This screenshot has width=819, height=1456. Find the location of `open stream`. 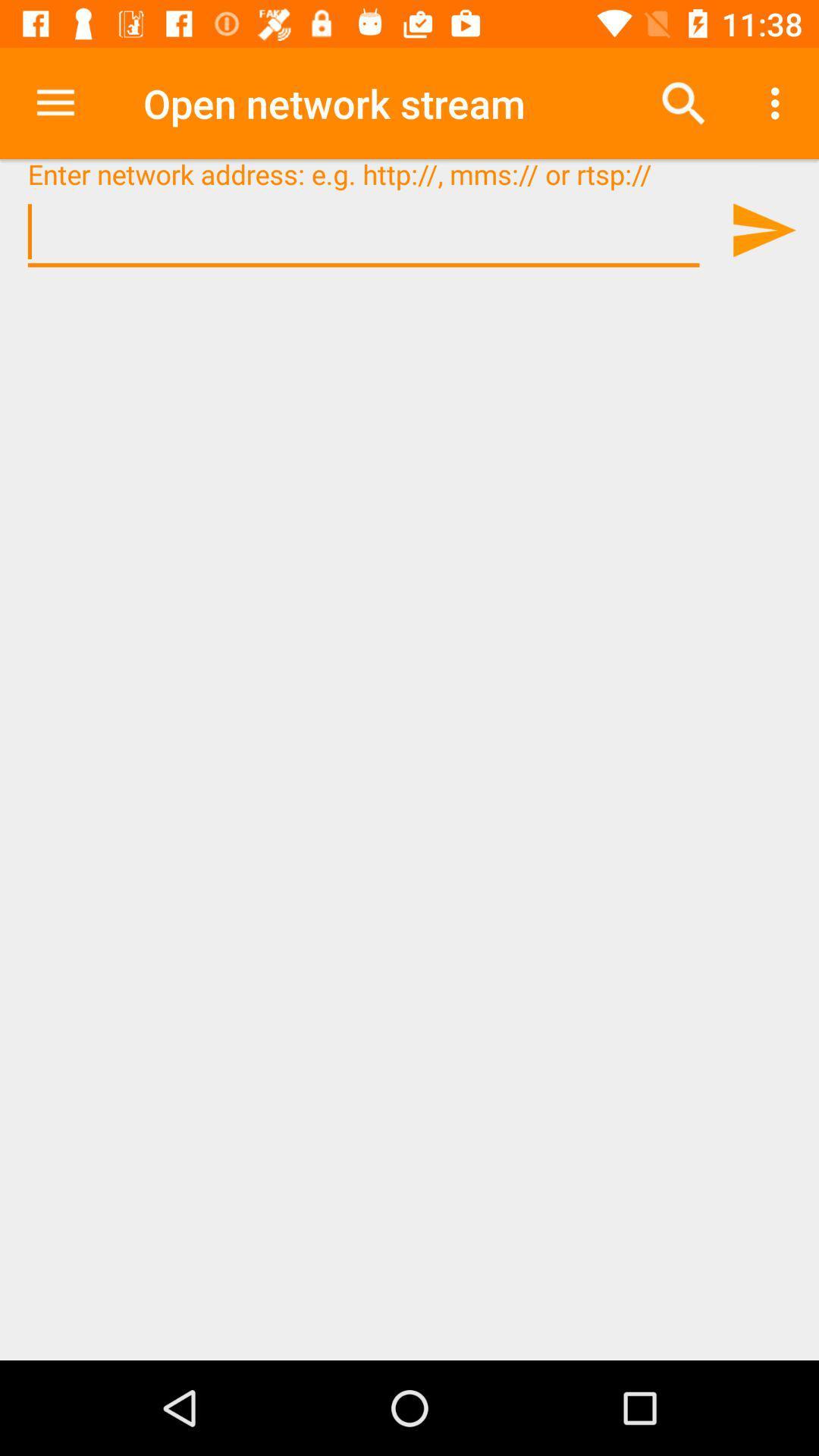

open stream is located at coordinates (763, 229).